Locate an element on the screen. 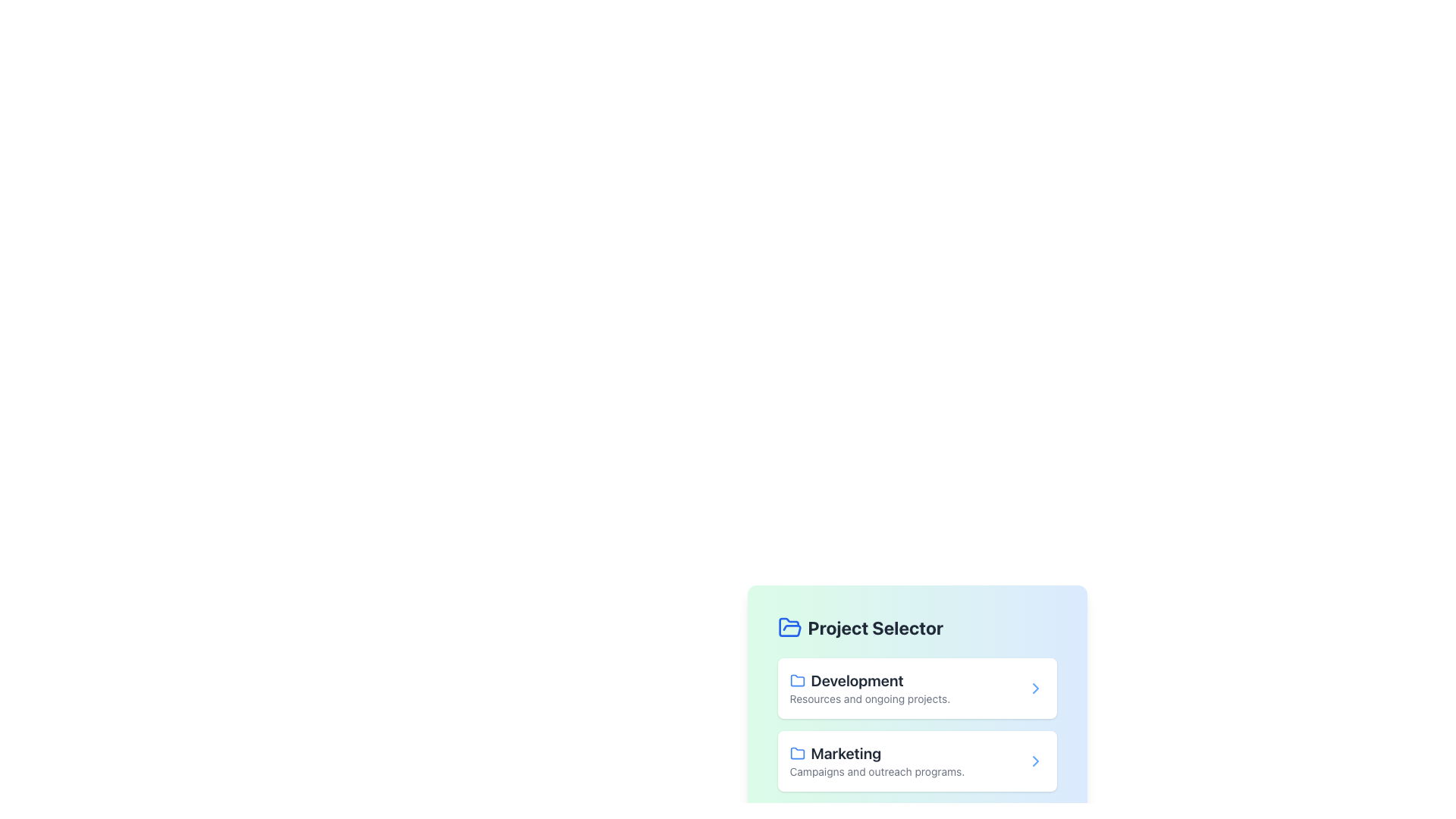 This screenshot has width=1456, height=819. the 'Marketing' text label with icon is located at coordinates (877, 754).